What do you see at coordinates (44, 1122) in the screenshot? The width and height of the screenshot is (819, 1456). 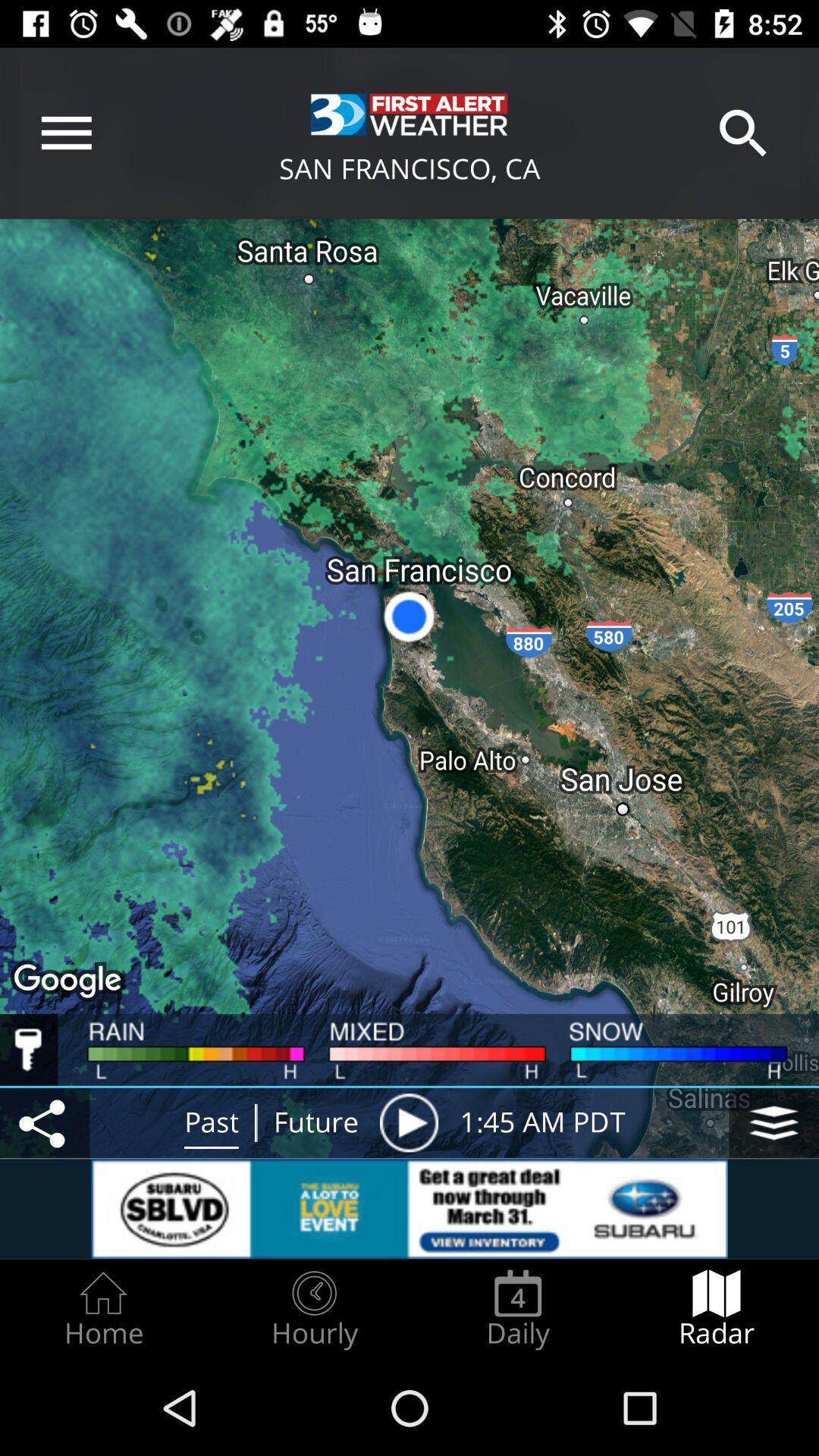 I see `share weather` at bounding box center [44, 1122].